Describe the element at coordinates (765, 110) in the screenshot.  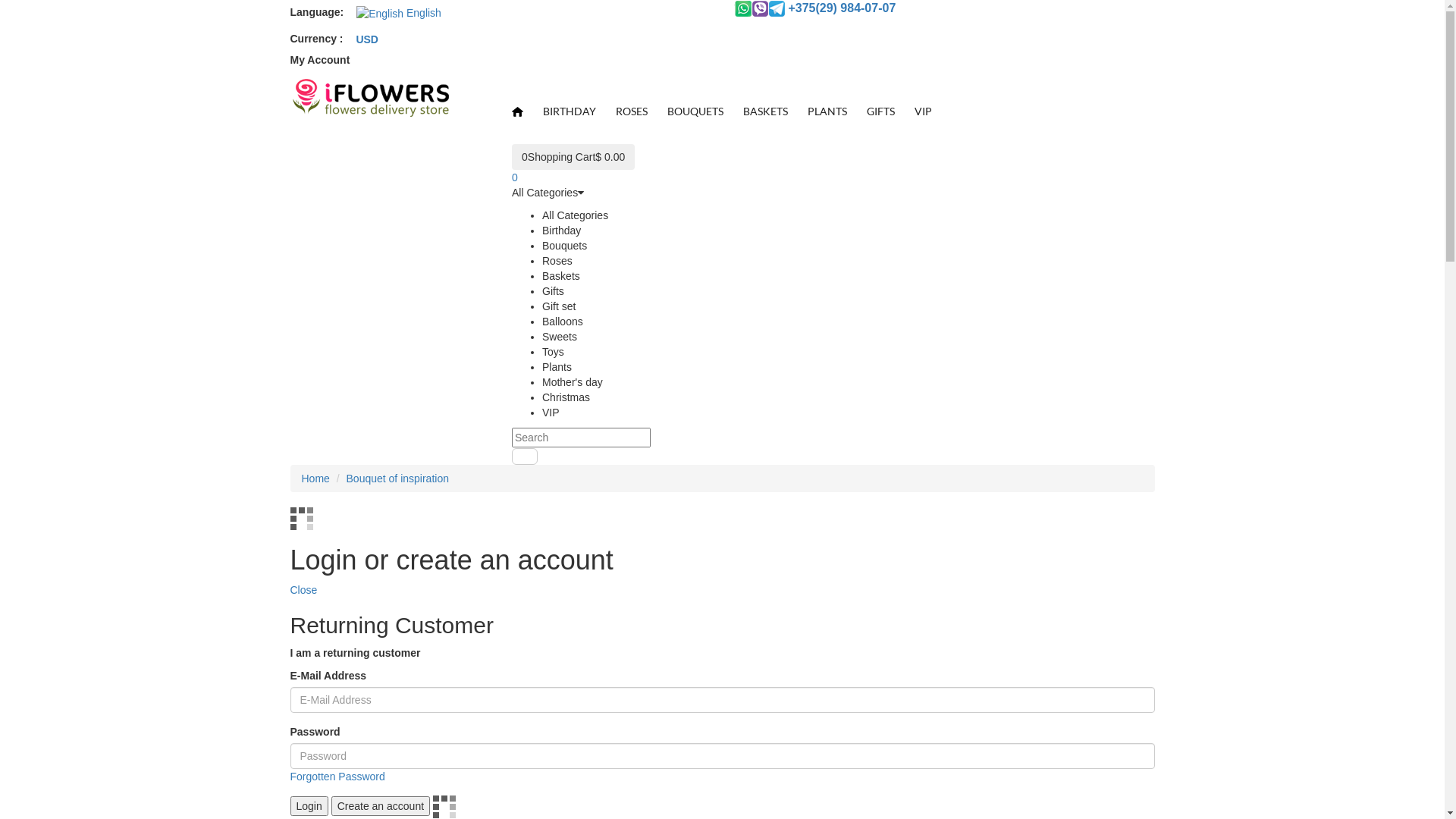
I see `'BASKETS'` at that location.